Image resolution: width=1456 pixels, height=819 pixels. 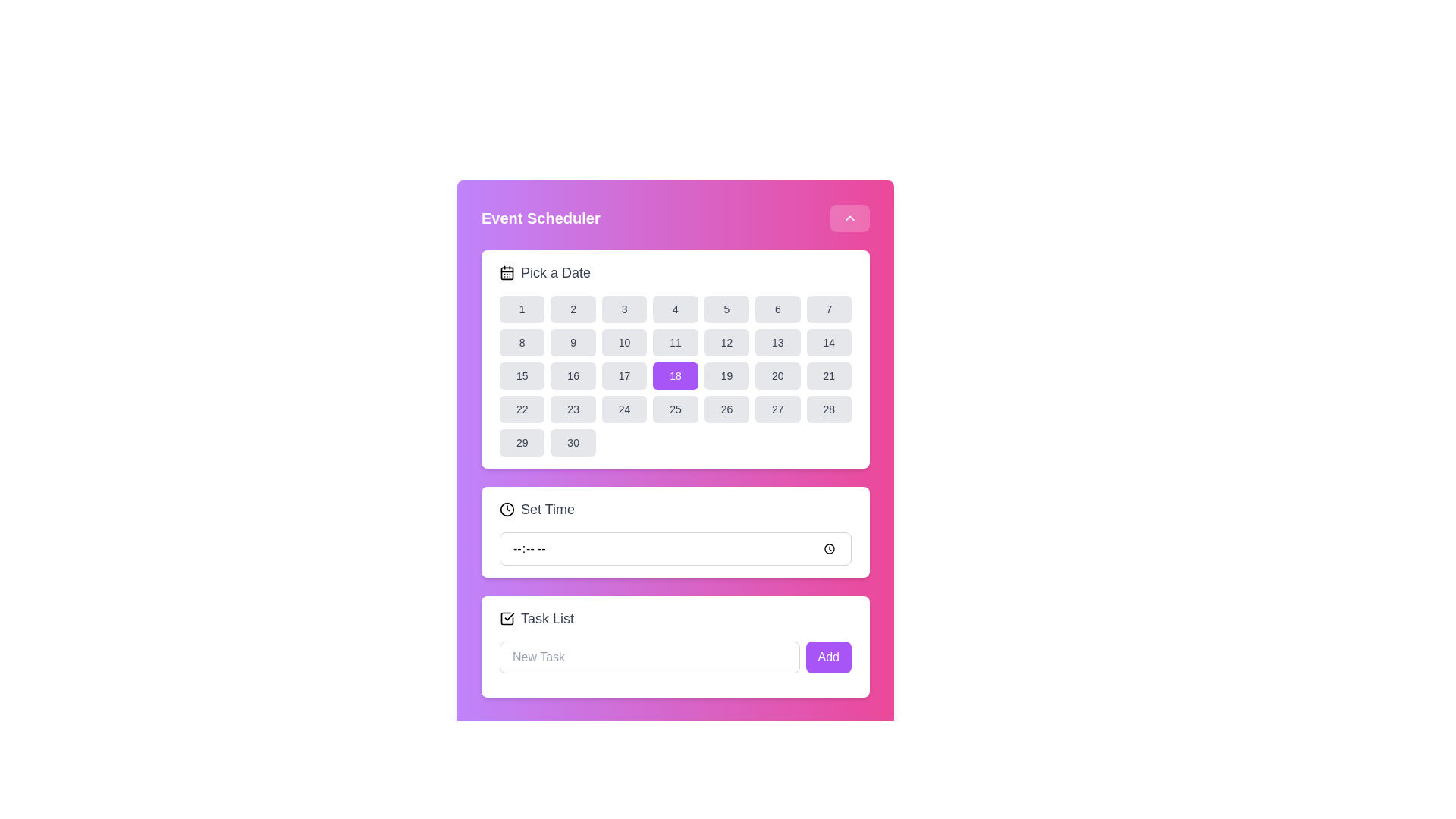 I want to click on the date button for the 9th day of the month in the date-picking interface to receive visual feedback, so click(x=573, y=342).